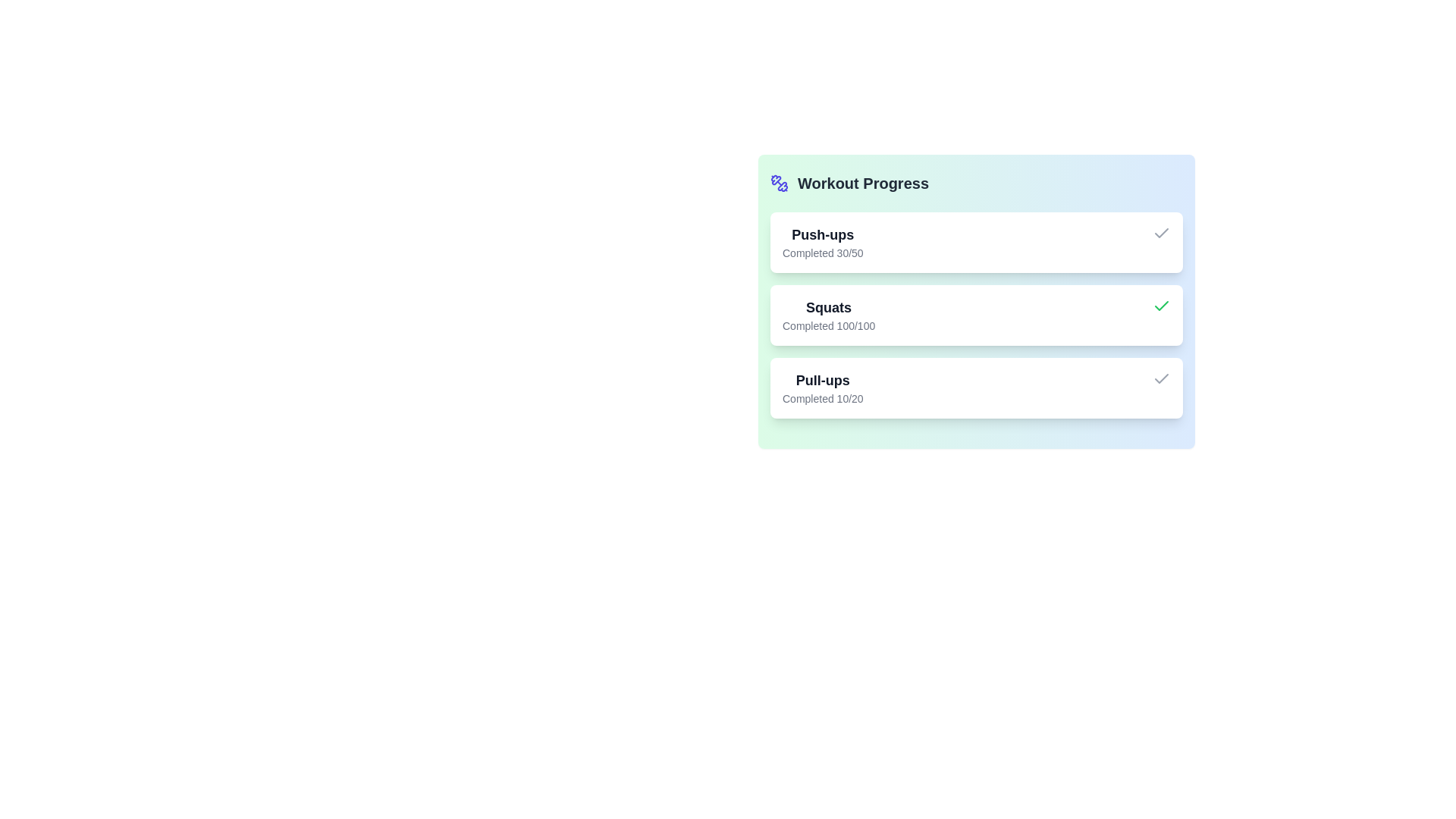 The height and width of the screenshot is (819, 1456). I want to click on the details of the checkmark icon indicating the completed state for the 'Push-ups' task located in the first card of the 'Push-ups Completed 30/50' list, so click(1160, 234).